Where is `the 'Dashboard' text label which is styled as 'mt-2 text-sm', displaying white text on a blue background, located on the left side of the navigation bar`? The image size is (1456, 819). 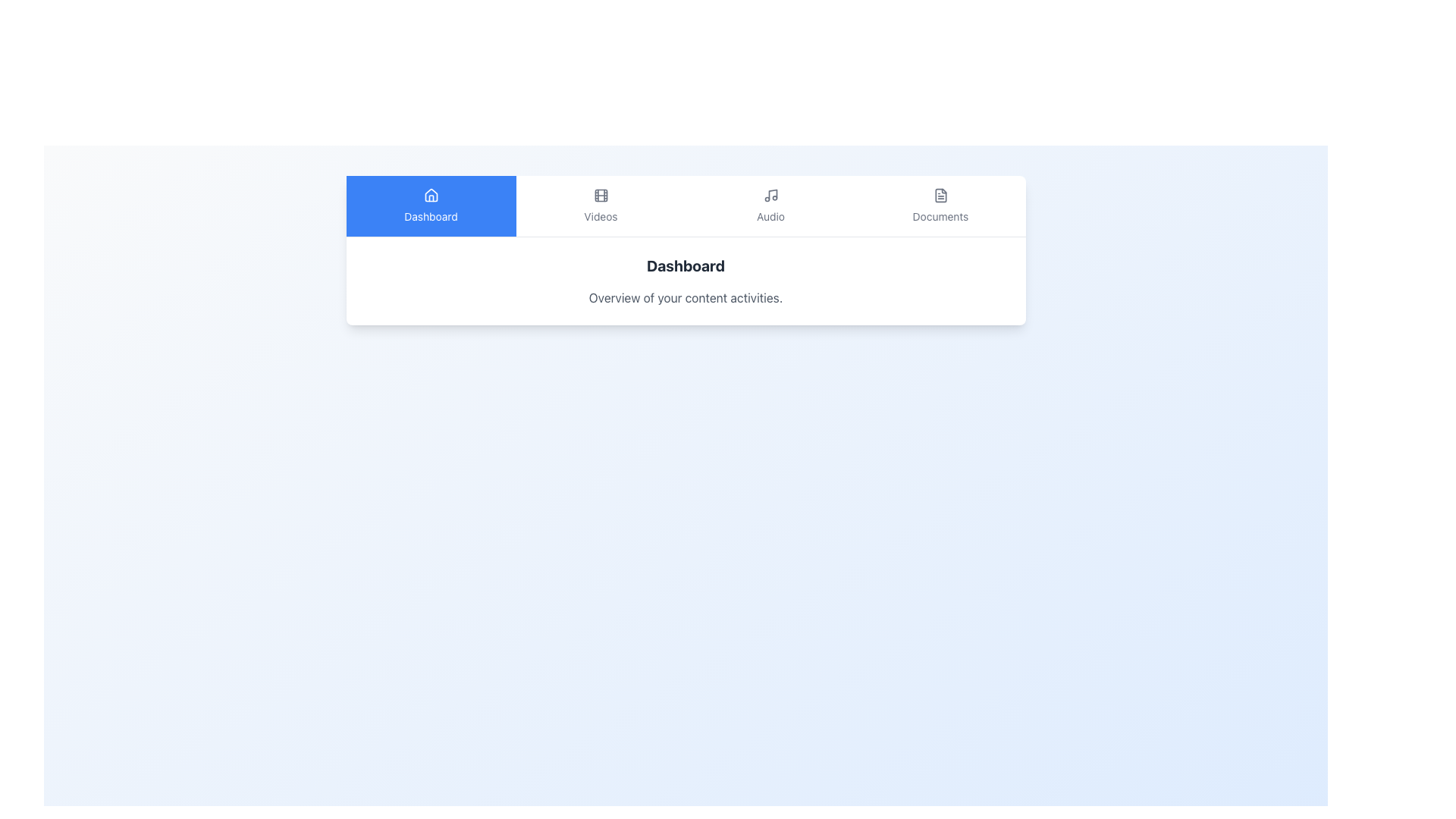 the 'Dashboard' text label which is styled as 'mt-2 text-sm', displaying white text on a blue background, located on the left side of the navigation bar is located at coordinates (430, 216).